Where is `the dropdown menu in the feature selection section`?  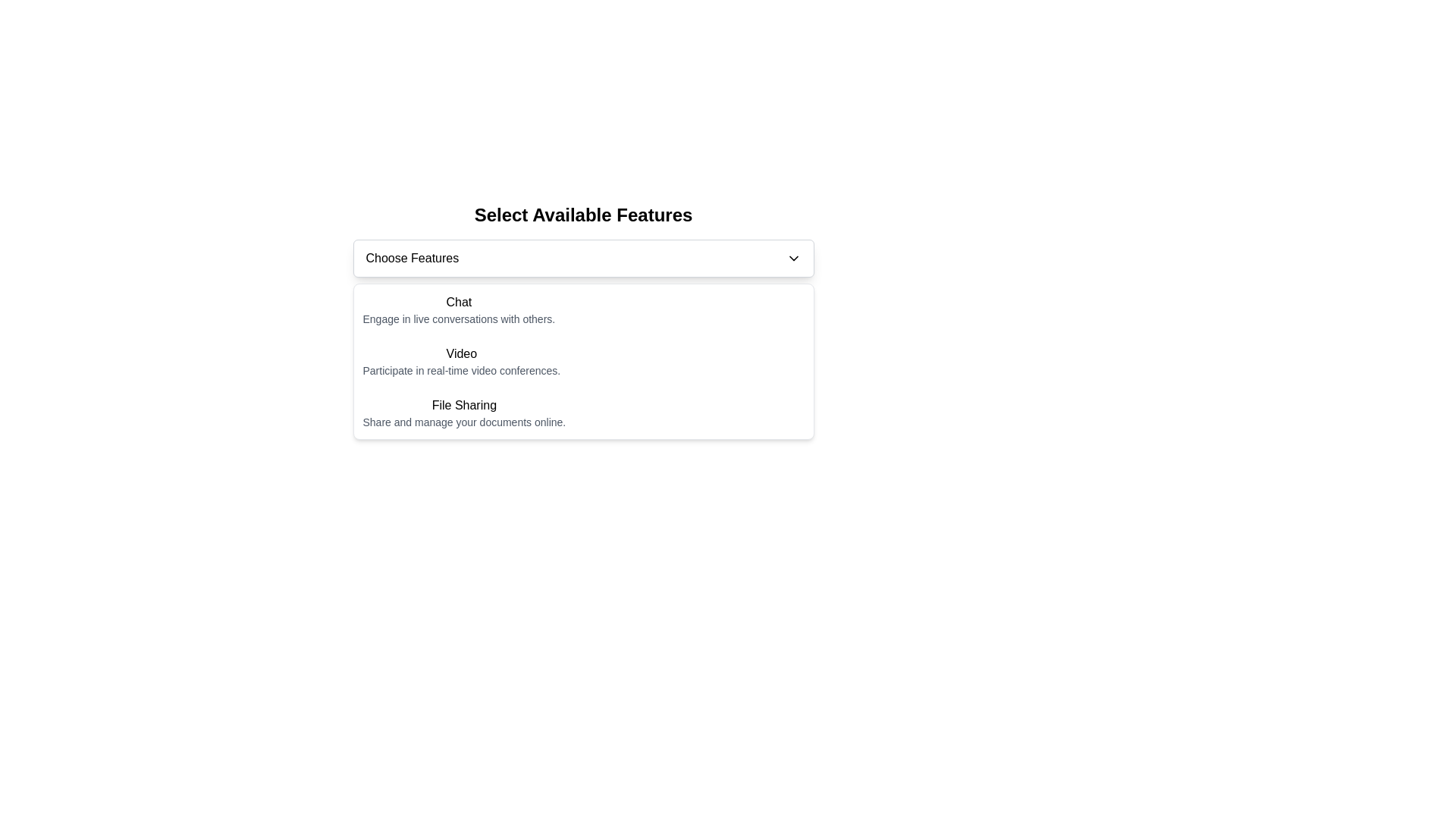 the dropdown menu in the feature selection section is located at coordinates (582, 257).